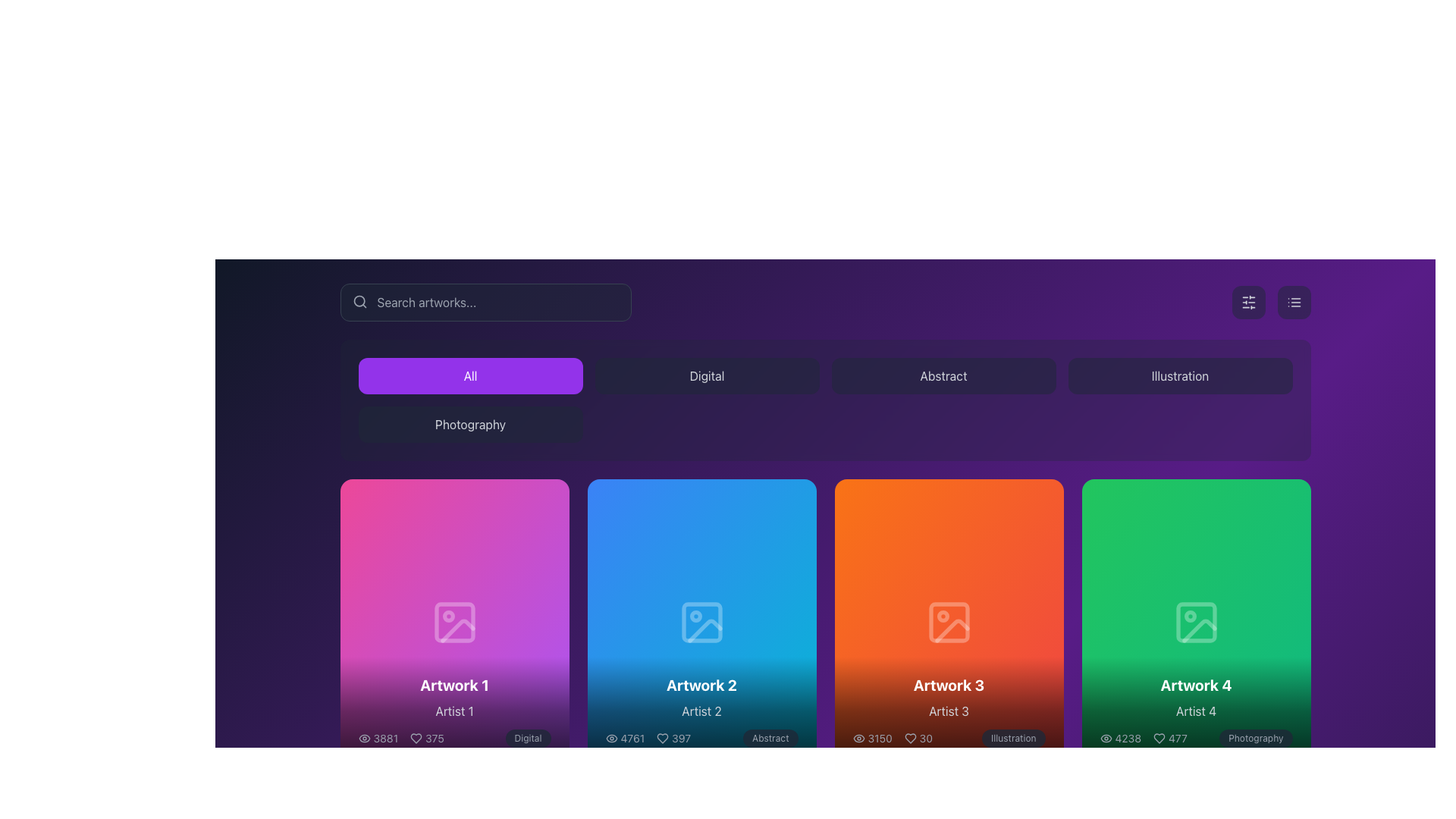 The width and height of the screenshot is (1456, 819). I want to click on outer elliptical outline of the eye icon located within the third card (Artwork 3) in the grid layout by using the developer tools, so click(858, 737).